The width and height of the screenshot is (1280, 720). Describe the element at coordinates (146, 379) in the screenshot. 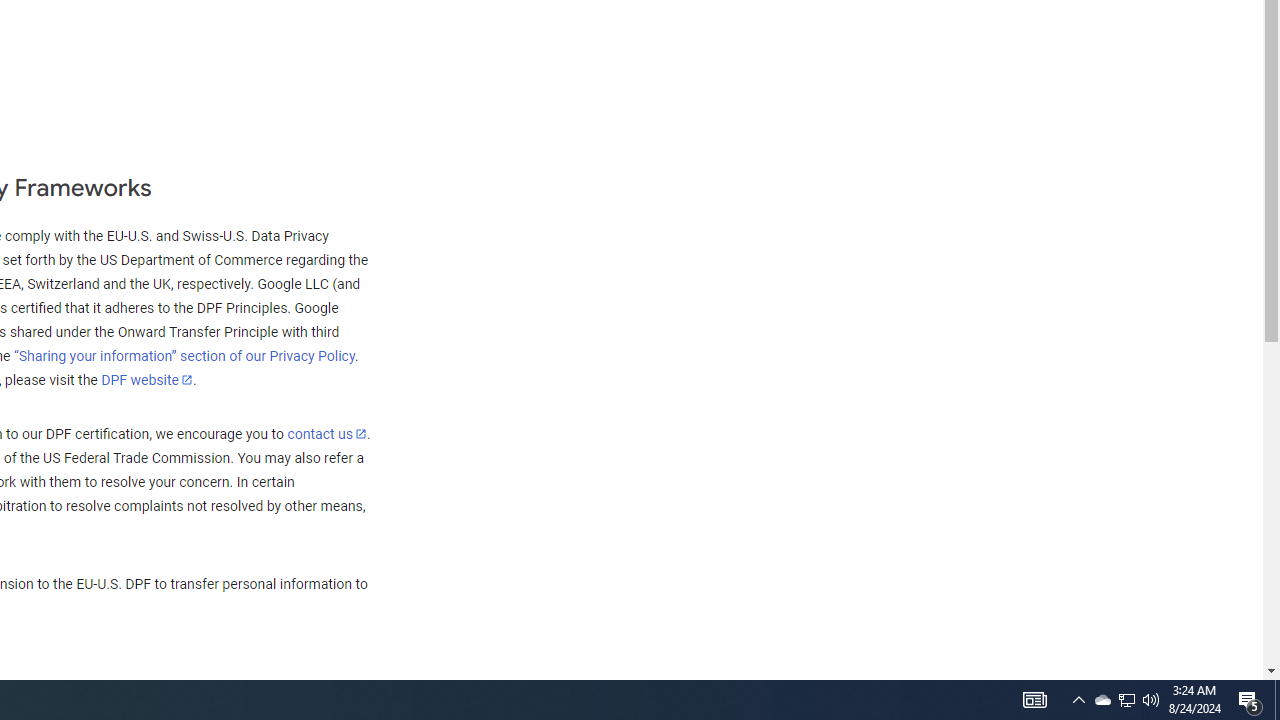

I see `'DPF website'` at that location.